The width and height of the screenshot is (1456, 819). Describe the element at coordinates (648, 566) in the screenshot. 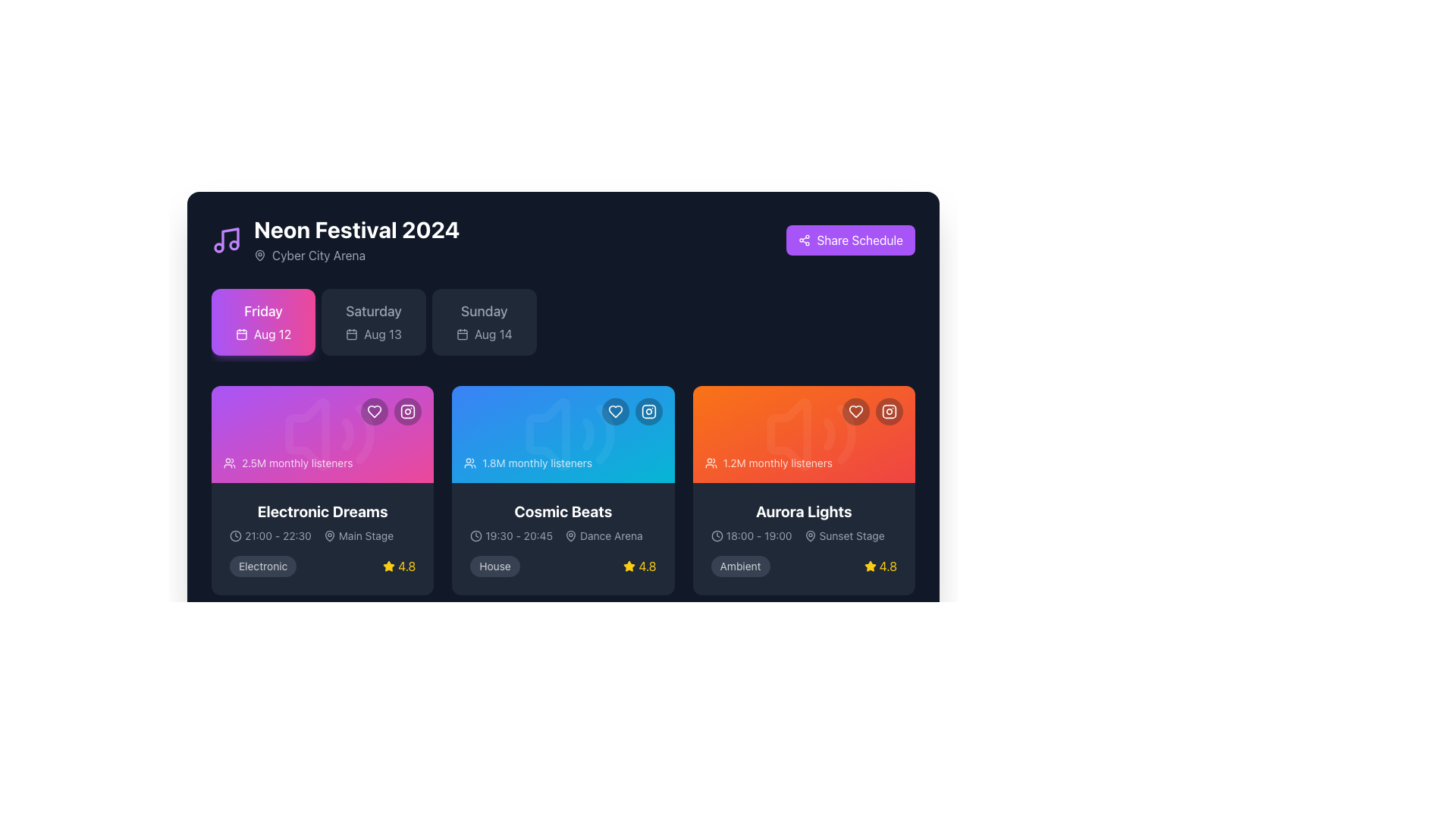

I see `the text label displaying the rating score '4.8' in bright yellow color, located near the star icon on the blue card labeled 'Cosmic Beats'` at that location.